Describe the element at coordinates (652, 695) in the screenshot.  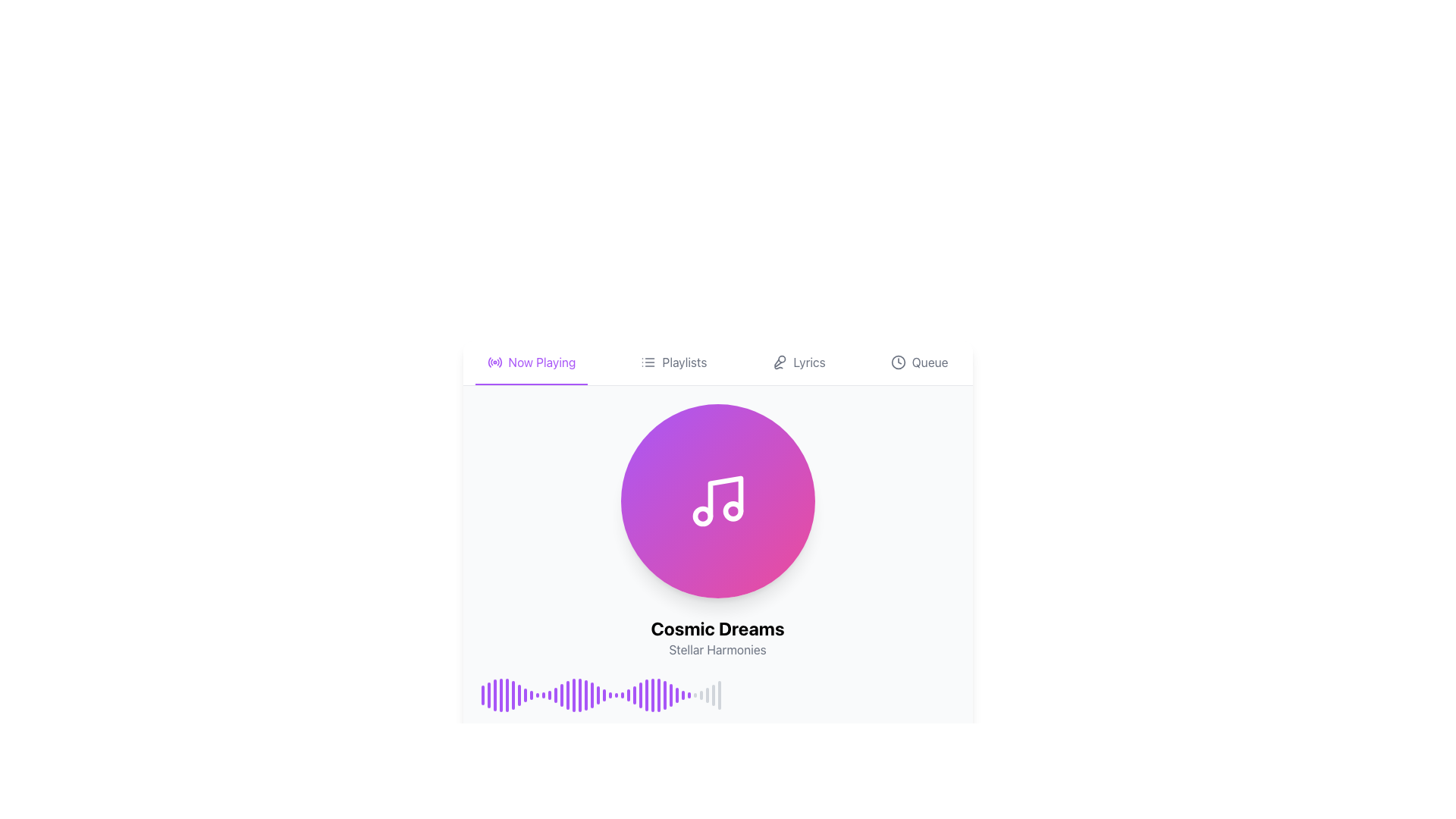
I see `the 28th waveform bar element, which is part of the audio visualization display` at that location.